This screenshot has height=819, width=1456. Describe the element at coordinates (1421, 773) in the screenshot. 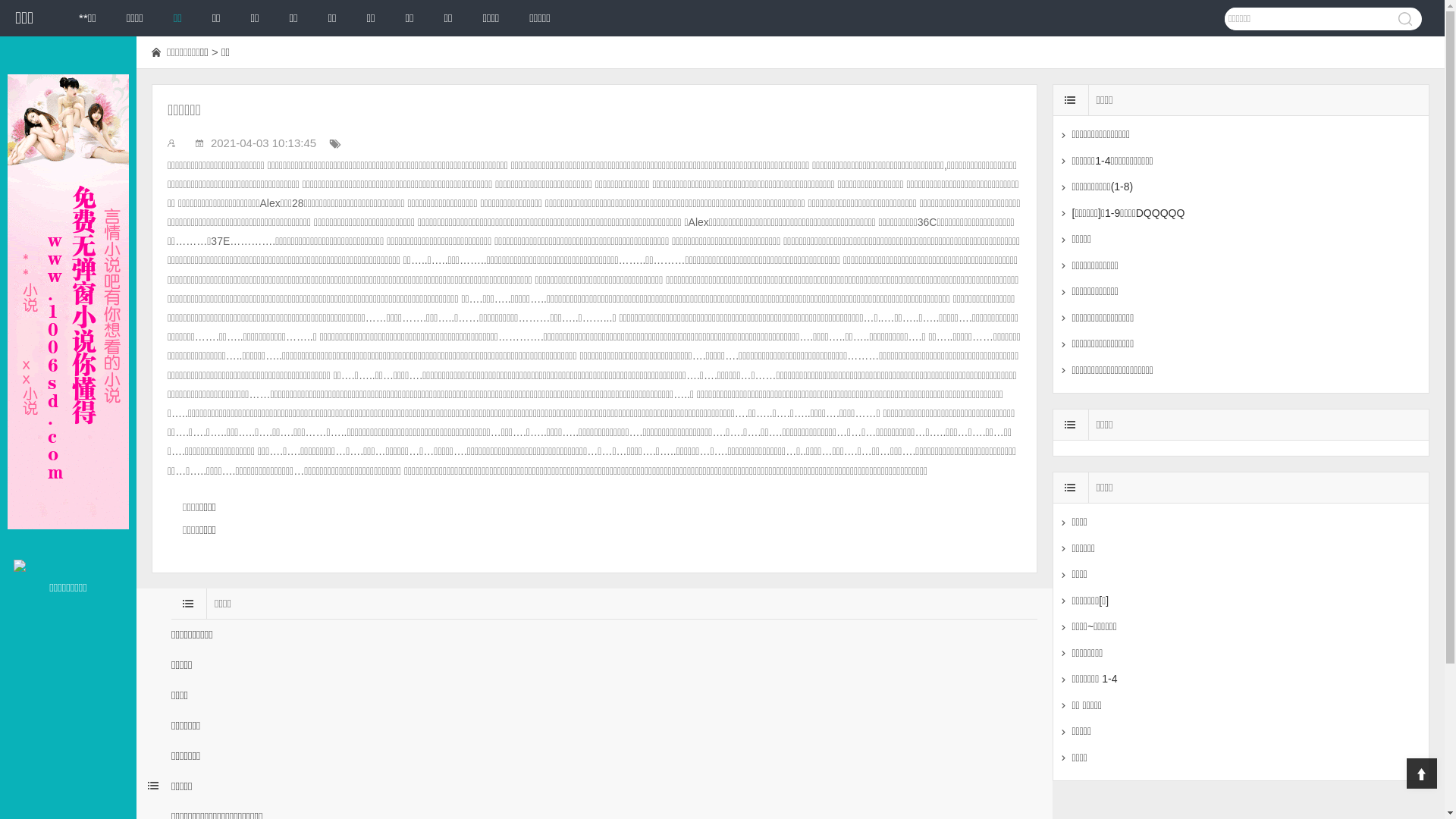

I see `'Top'` at that location.